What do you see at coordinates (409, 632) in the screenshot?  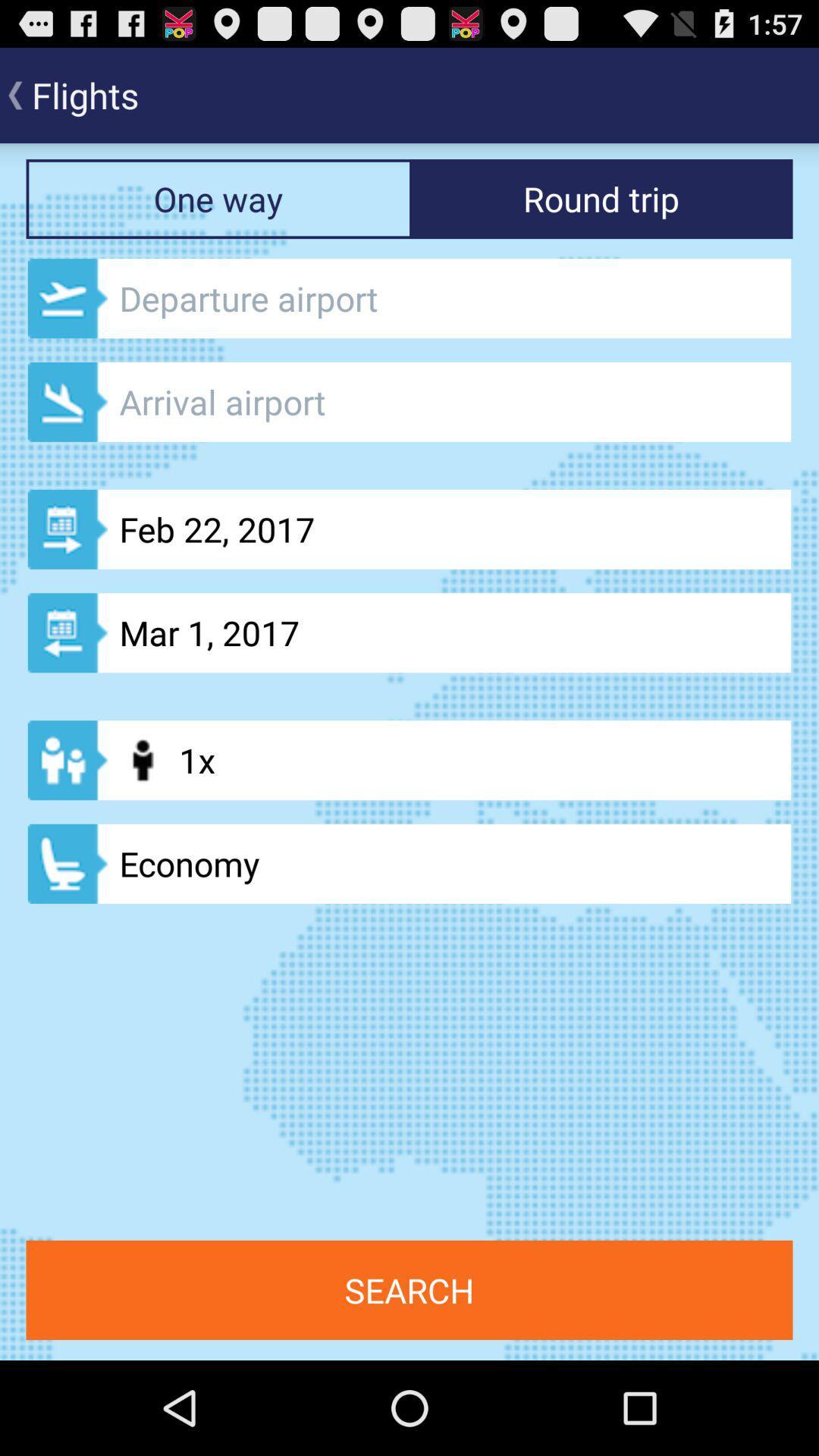 I see `icon below feb 22 2017` at bounding box center [409, 632].